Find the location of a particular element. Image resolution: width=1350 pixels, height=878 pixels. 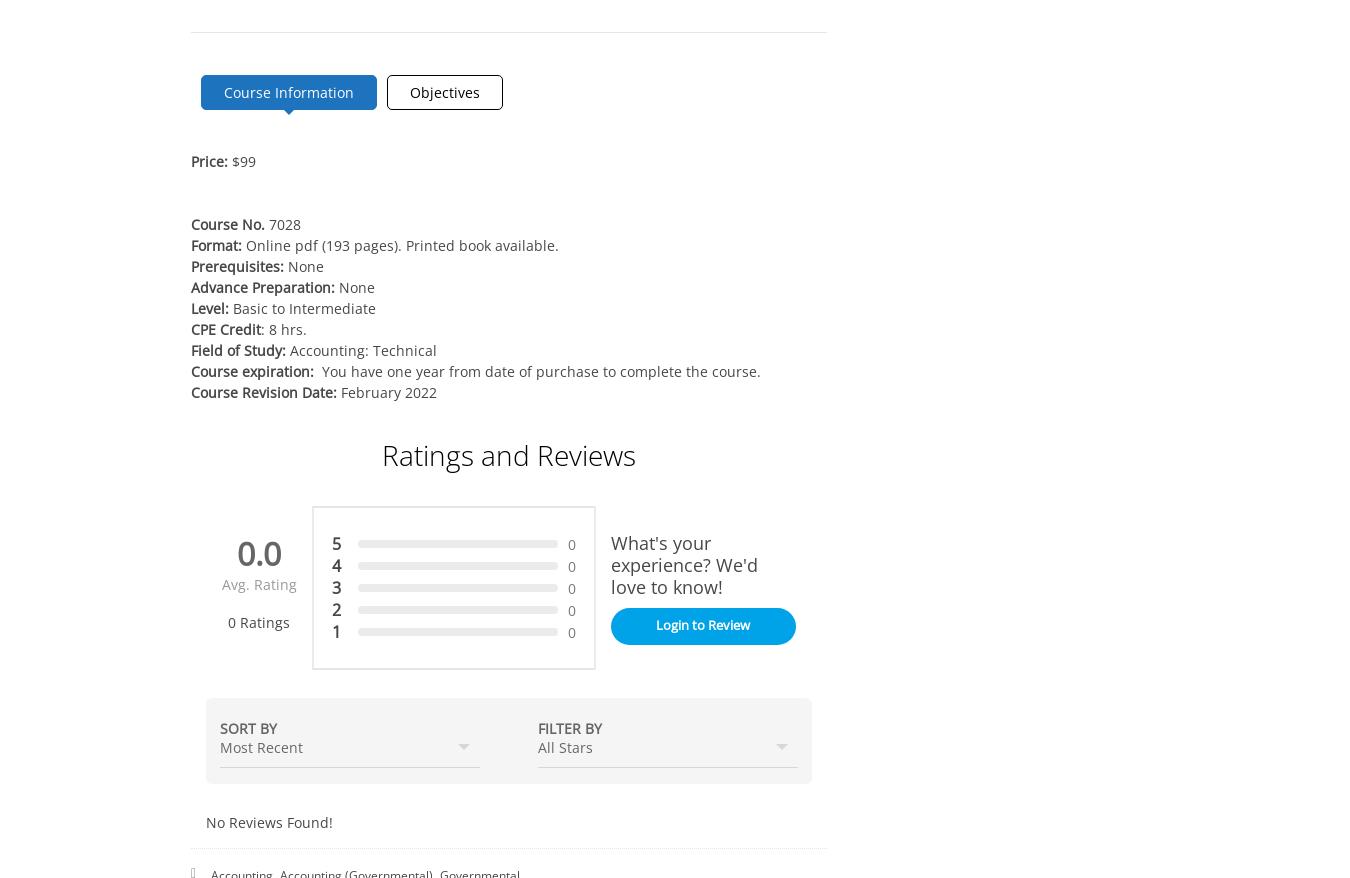

'$99' is located at coordinates (242, 161).